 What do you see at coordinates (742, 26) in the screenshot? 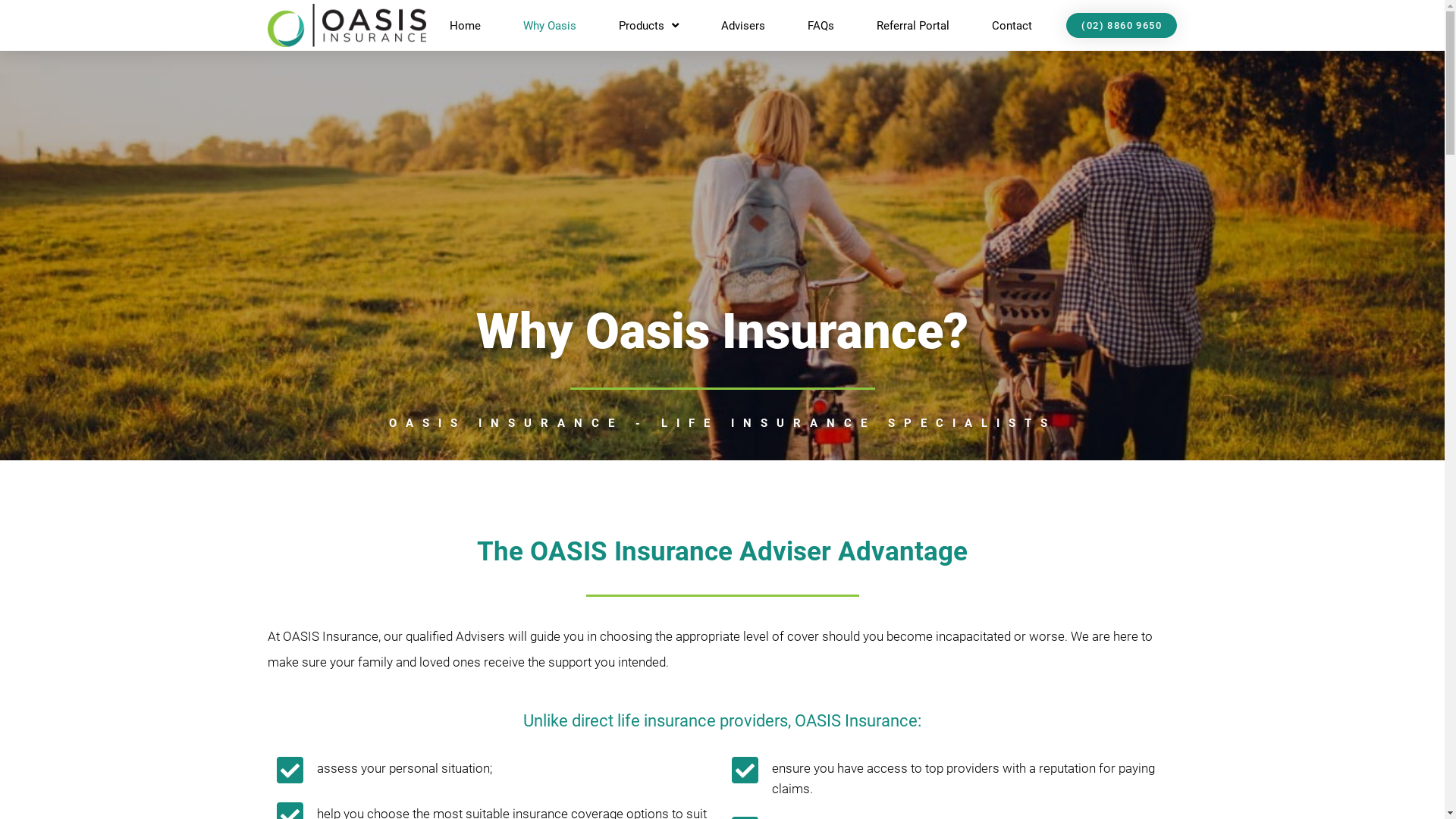
I see `'Advisers'` at bounding box center [742, 26].